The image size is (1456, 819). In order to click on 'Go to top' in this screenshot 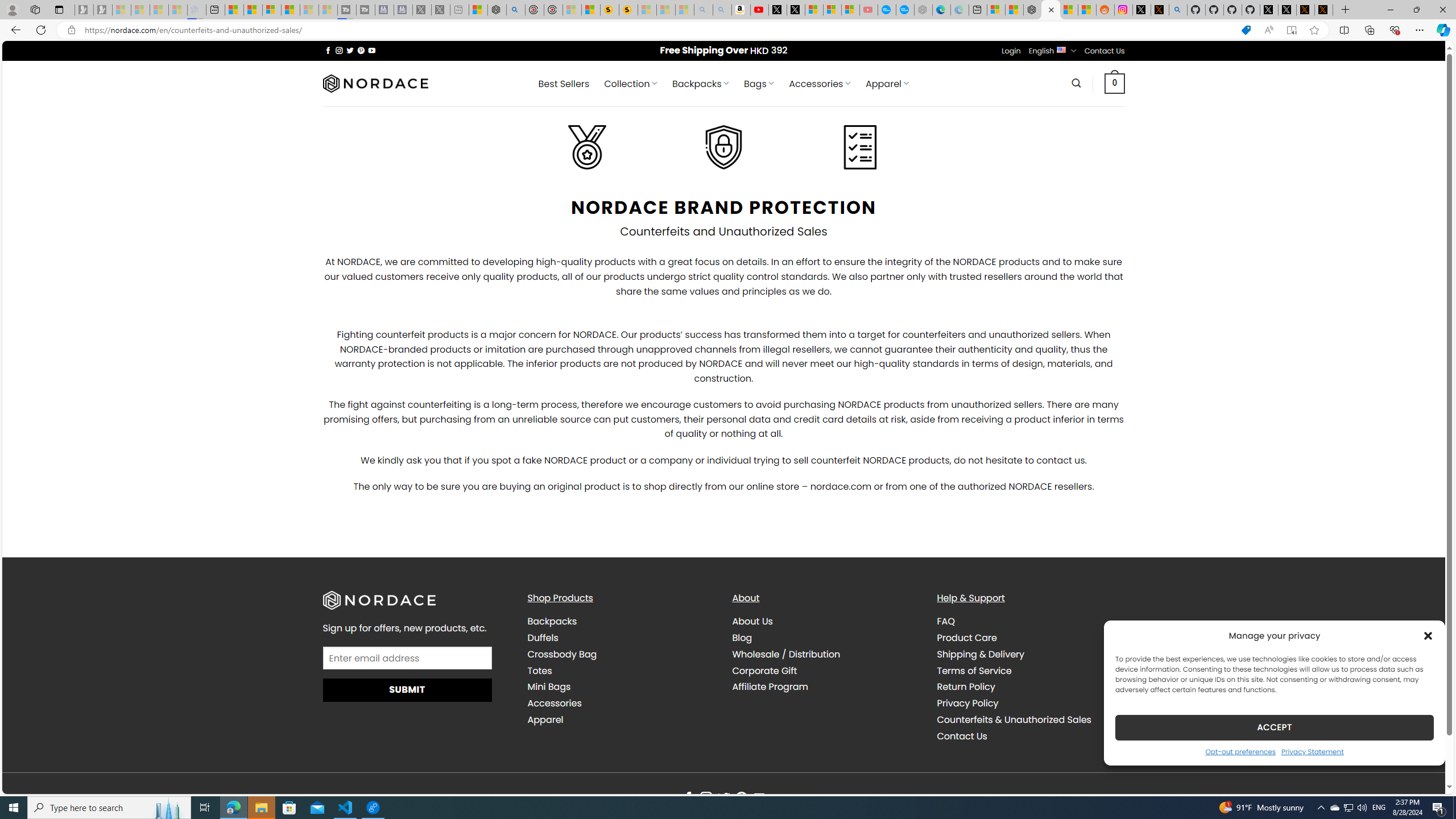, I will do `click(1421, 777)`.